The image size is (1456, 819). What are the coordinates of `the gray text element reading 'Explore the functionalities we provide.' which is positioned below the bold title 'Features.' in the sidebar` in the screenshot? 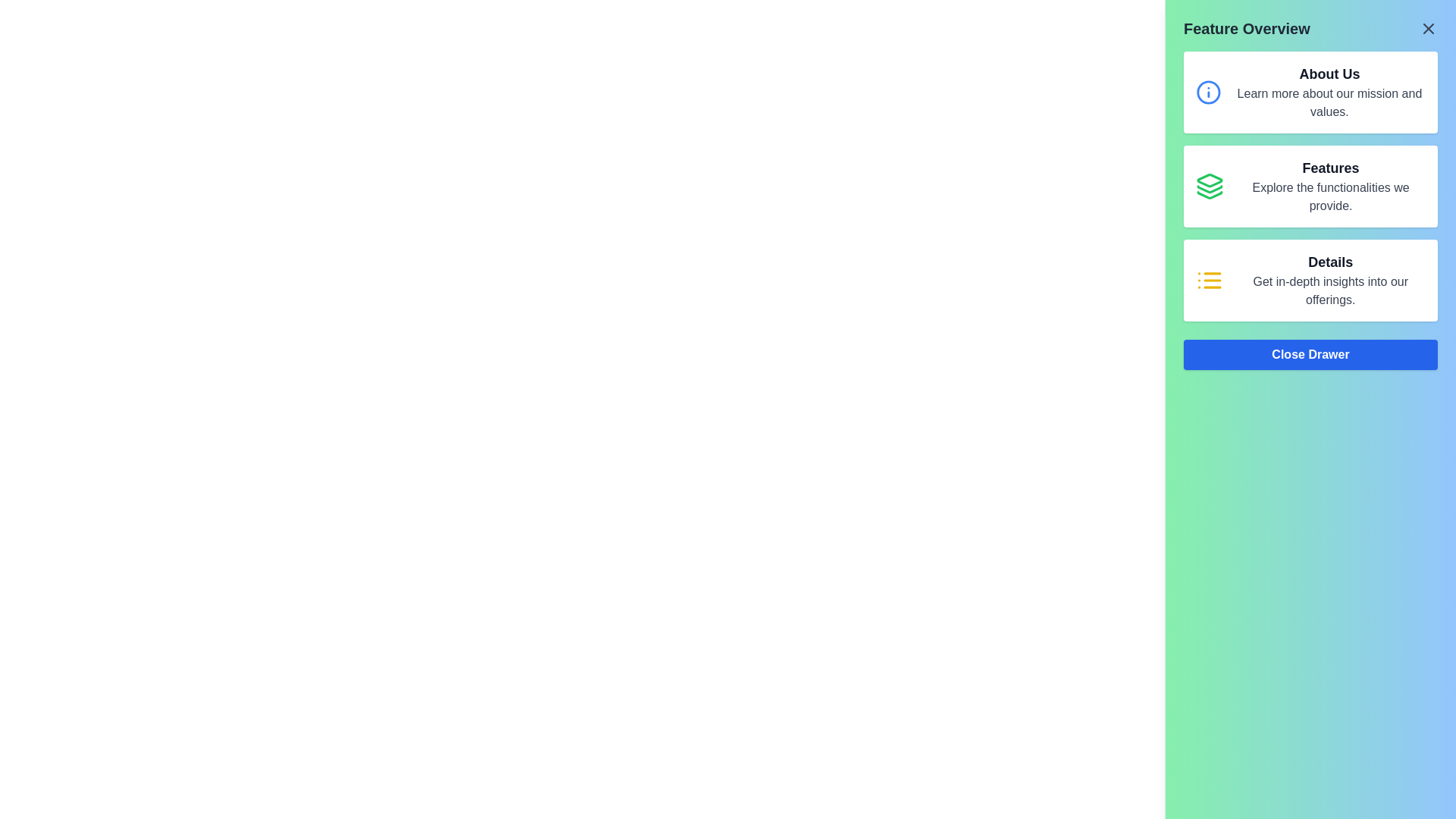 It's located at (1330, 196).